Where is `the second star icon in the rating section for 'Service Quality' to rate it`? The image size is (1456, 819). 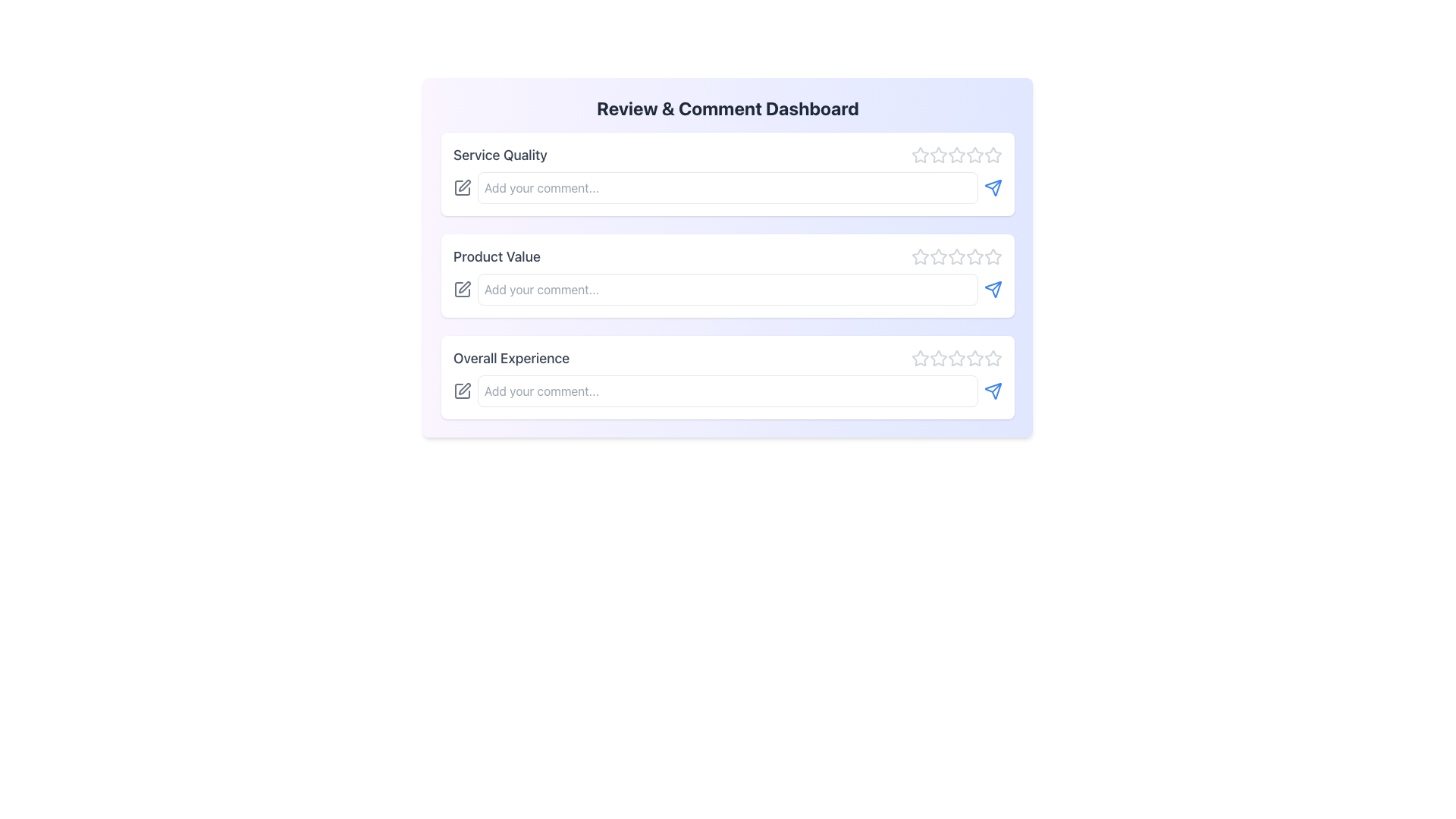
the second star icon in the rating section for 'Service Quality' to rate it is located at coordinates (937, 155).